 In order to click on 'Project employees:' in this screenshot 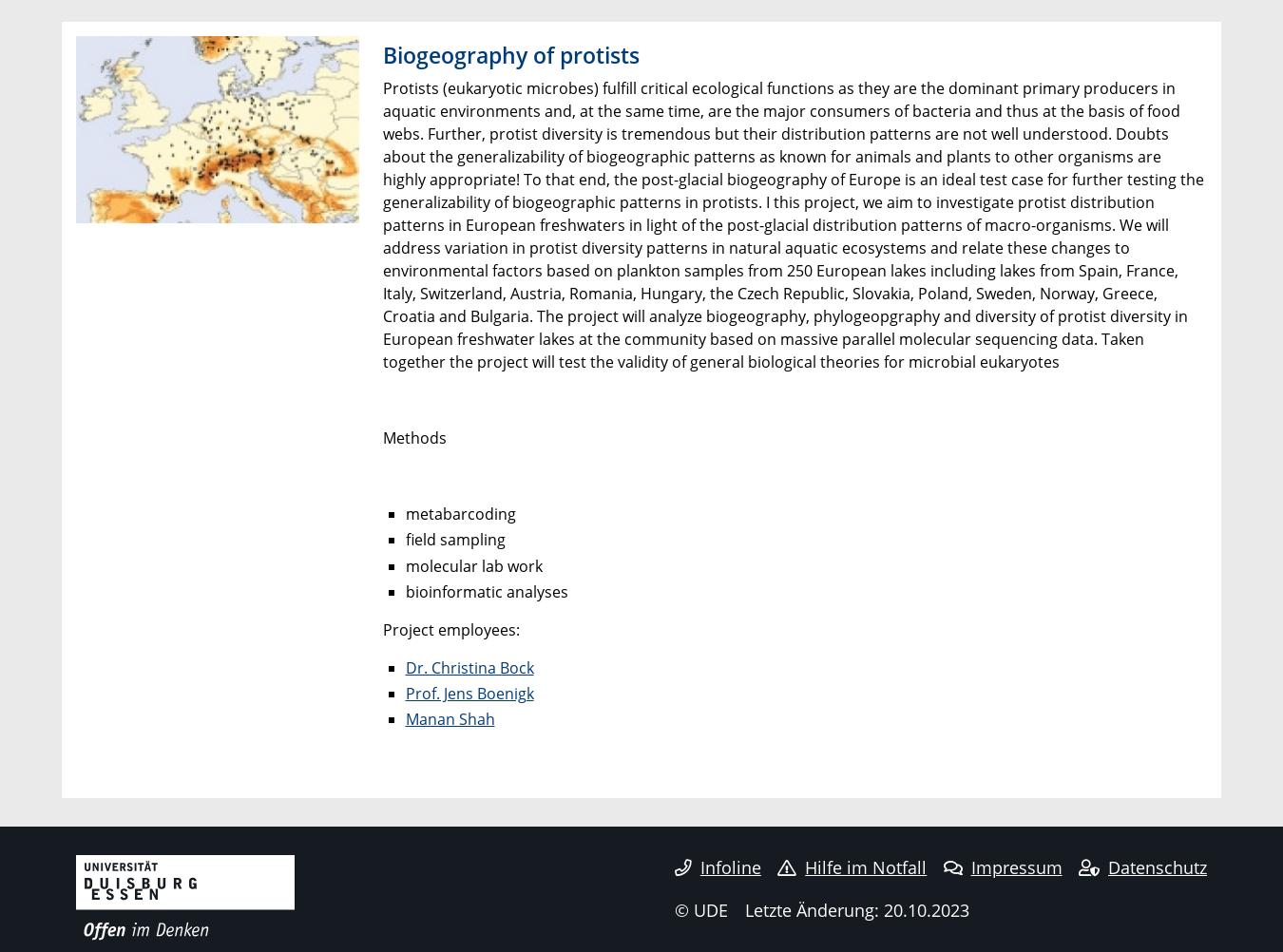, I will do `click(382, 628)`.